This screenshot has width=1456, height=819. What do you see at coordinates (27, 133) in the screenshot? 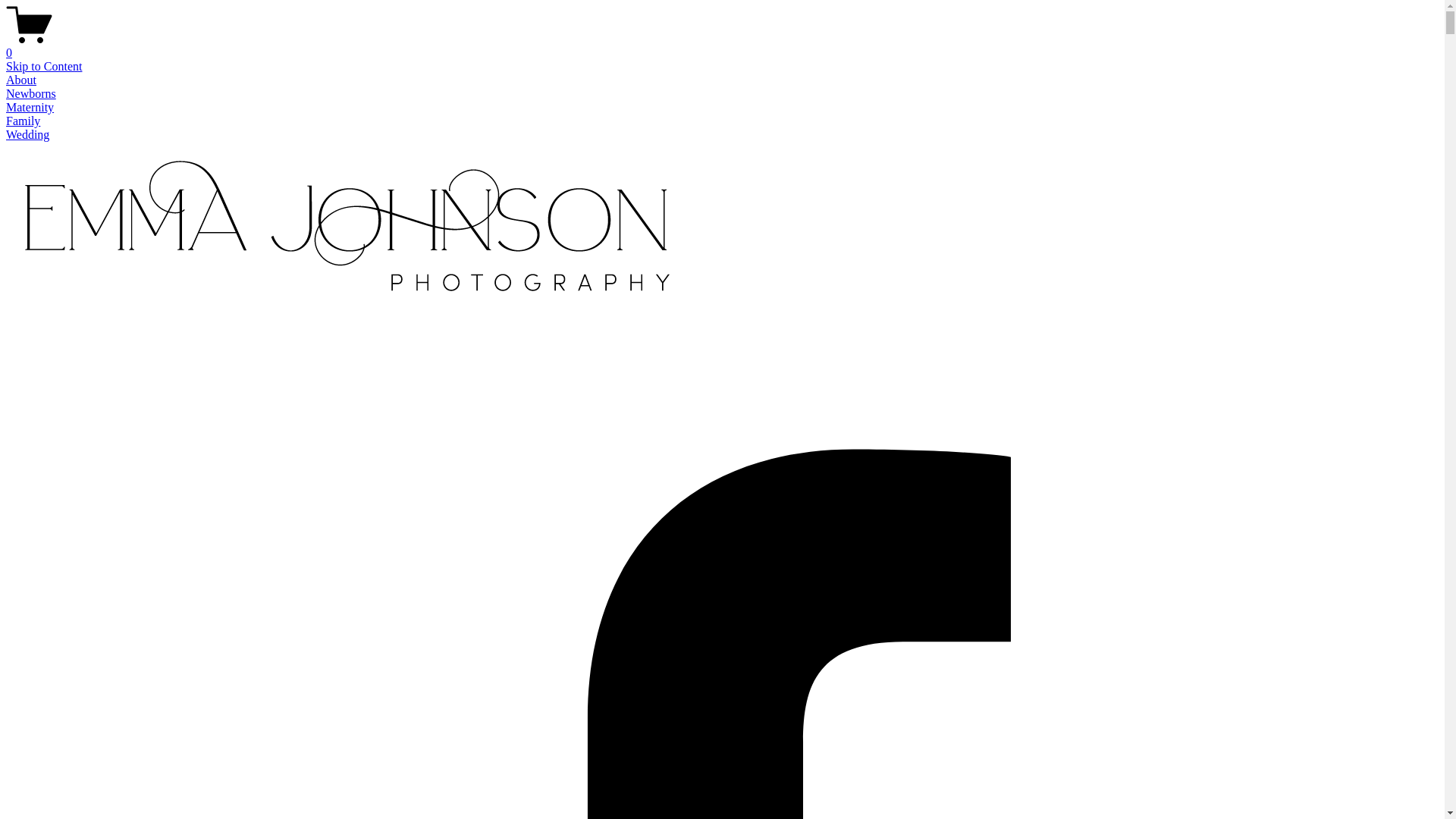
I see `'Wedding'` at bounding box center [27, 133].